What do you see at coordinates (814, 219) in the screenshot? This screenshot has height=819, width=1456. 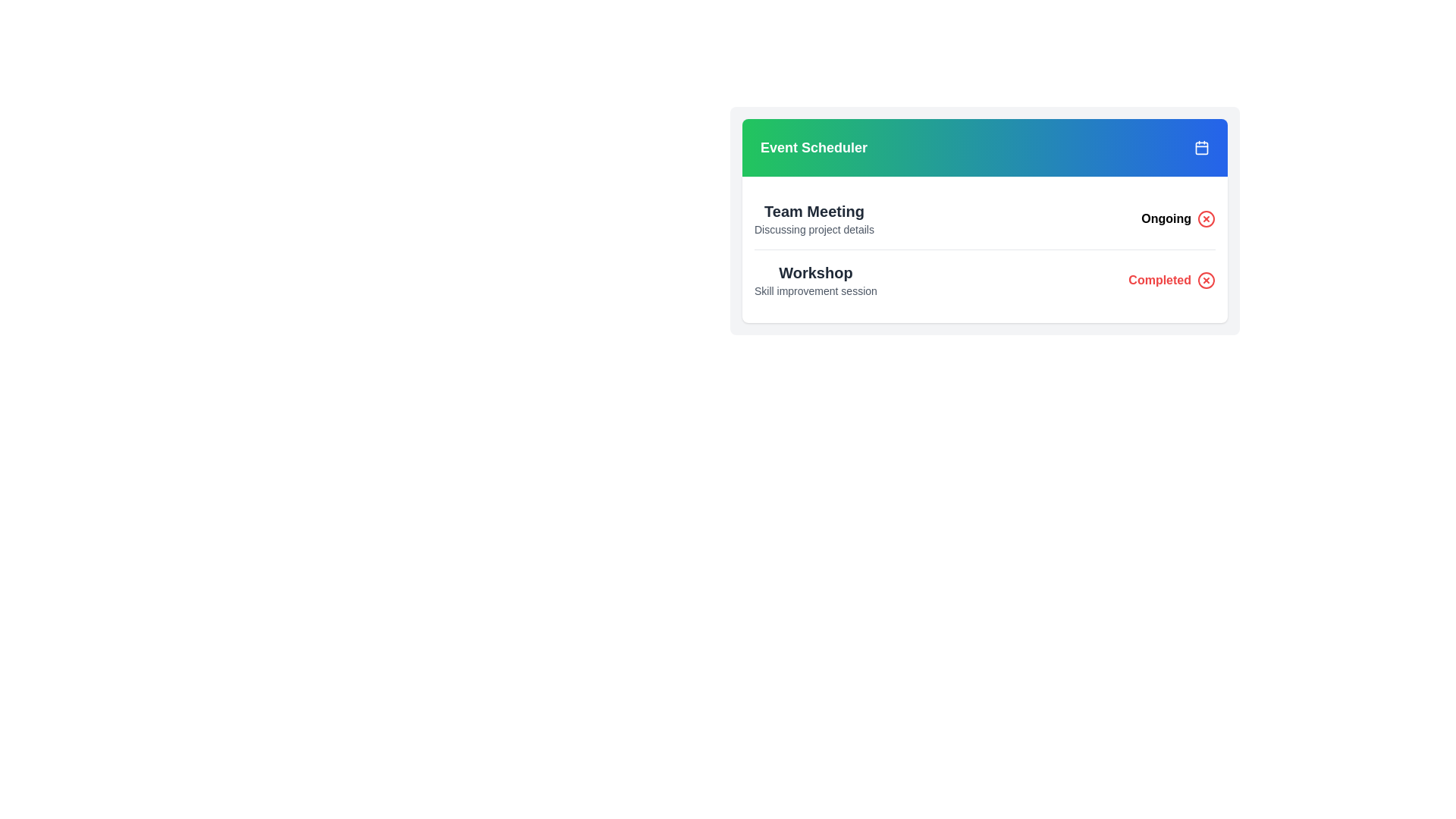 I see `contents of the Combined Display Text Block, which displays the event's title and description, located above the 'Workshop' entry in the Event Scheduler section` at bounding box center [814, 219].